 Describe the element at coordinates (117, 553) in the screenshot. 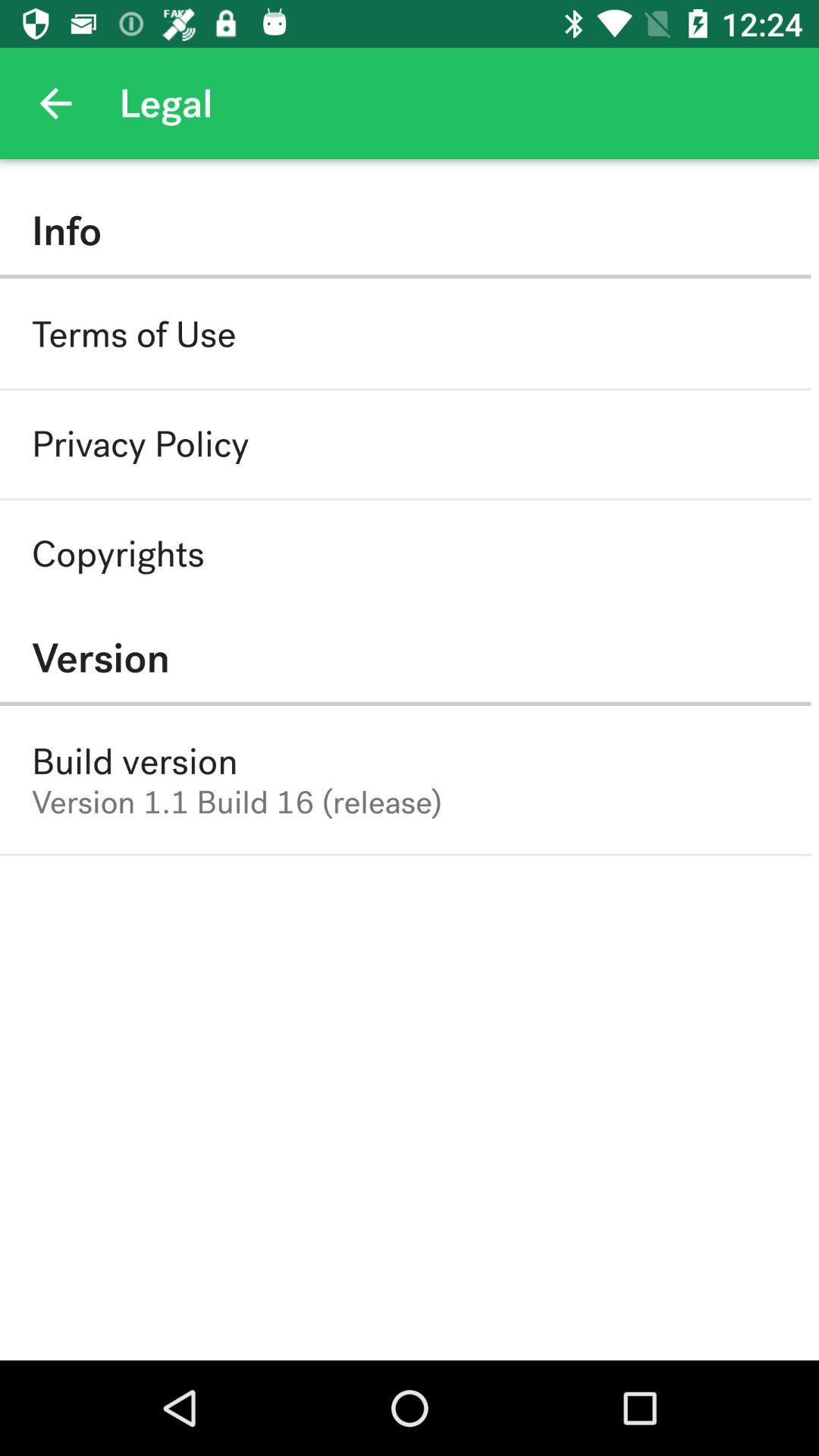

I see `the item below the privacy policy icon` at that location.